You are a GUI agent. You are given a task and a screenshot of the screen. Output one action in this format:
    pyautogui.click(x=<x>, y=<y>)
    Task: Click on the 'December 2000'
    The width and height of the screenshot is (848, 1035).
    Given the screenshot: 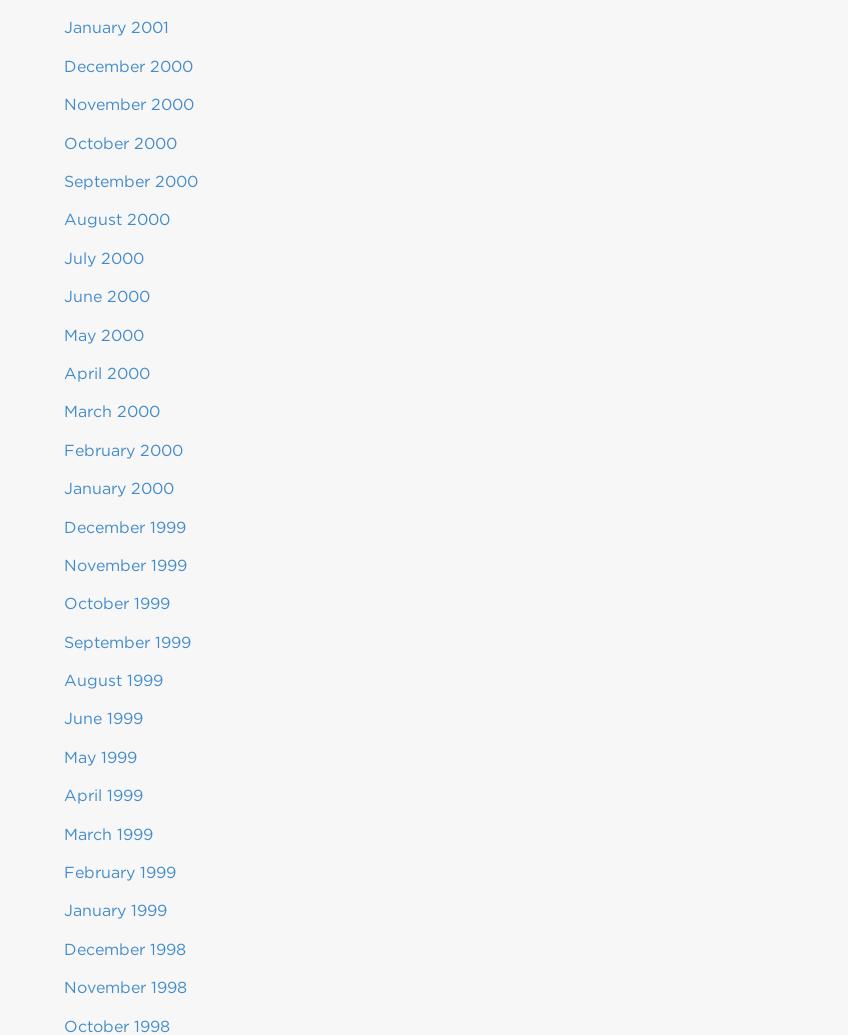 What is the action you would take?
    pyautogui.click(x=127, y=65)
    